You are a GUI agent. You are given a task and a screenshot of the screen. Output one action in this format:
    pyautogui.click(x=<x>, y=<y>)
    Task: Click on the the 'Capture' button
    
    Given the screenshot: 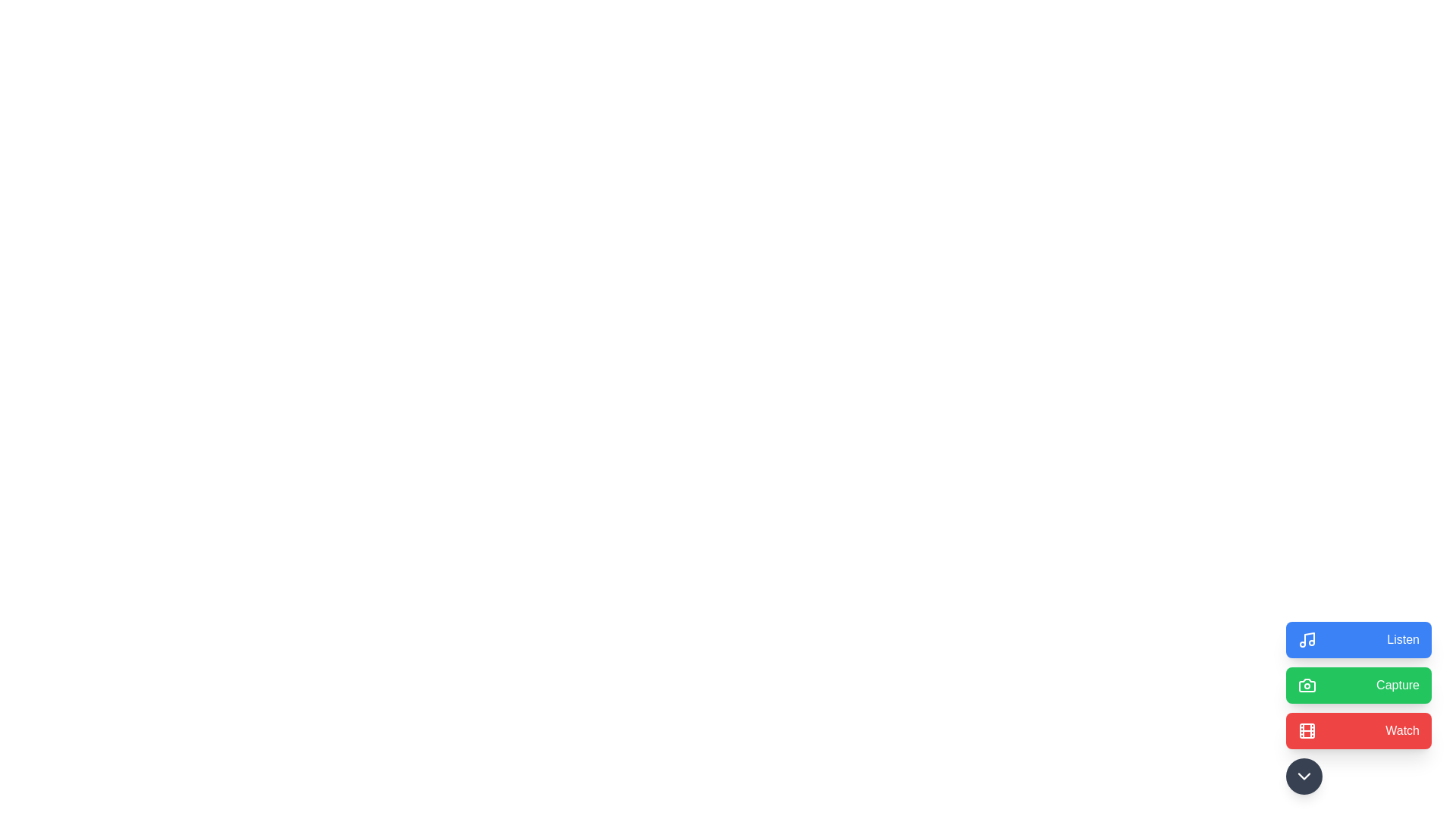 What is the action you would take?
    pyautogui.click(x=1358, y=685)
    